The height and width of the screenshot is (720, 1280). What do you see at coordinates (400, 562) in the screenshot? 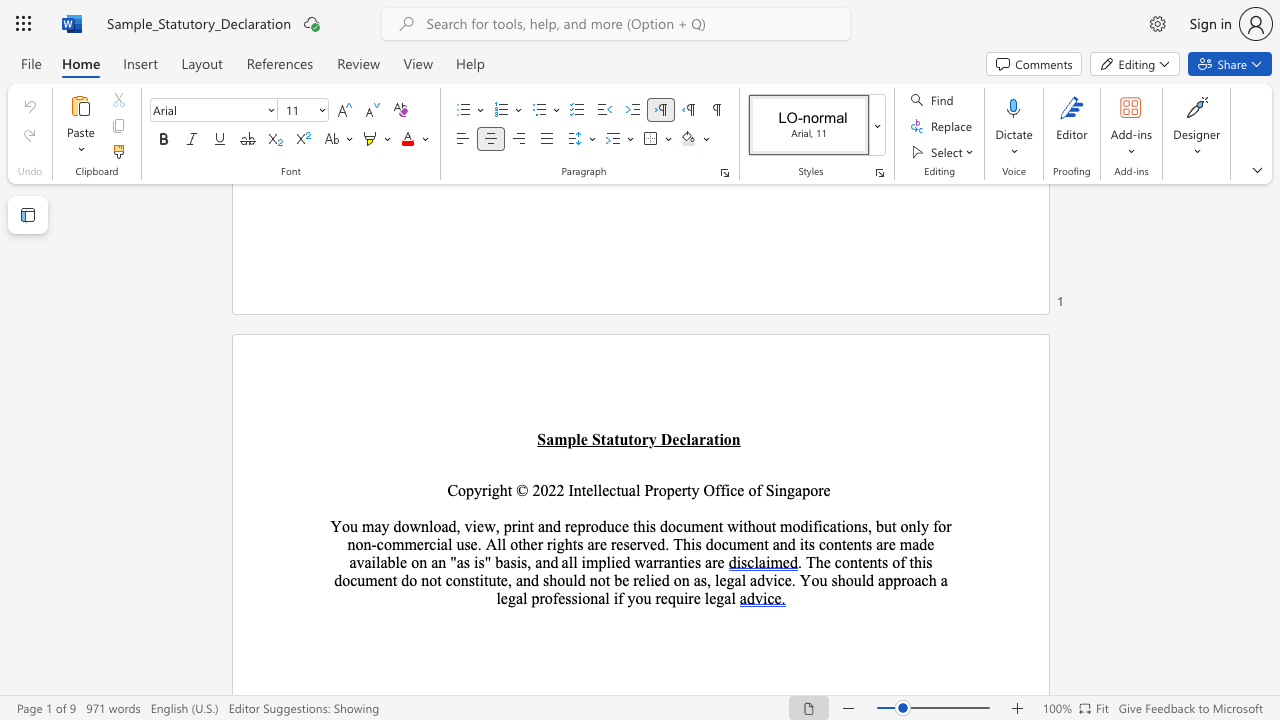
I see `the subset text "e on an" within the text "You may download, view, print and reproduce this document without modifications, but only for non-commercial use. All other rights are reserved. This document and its contents are made available on an"` at bounding box center [400, 562].